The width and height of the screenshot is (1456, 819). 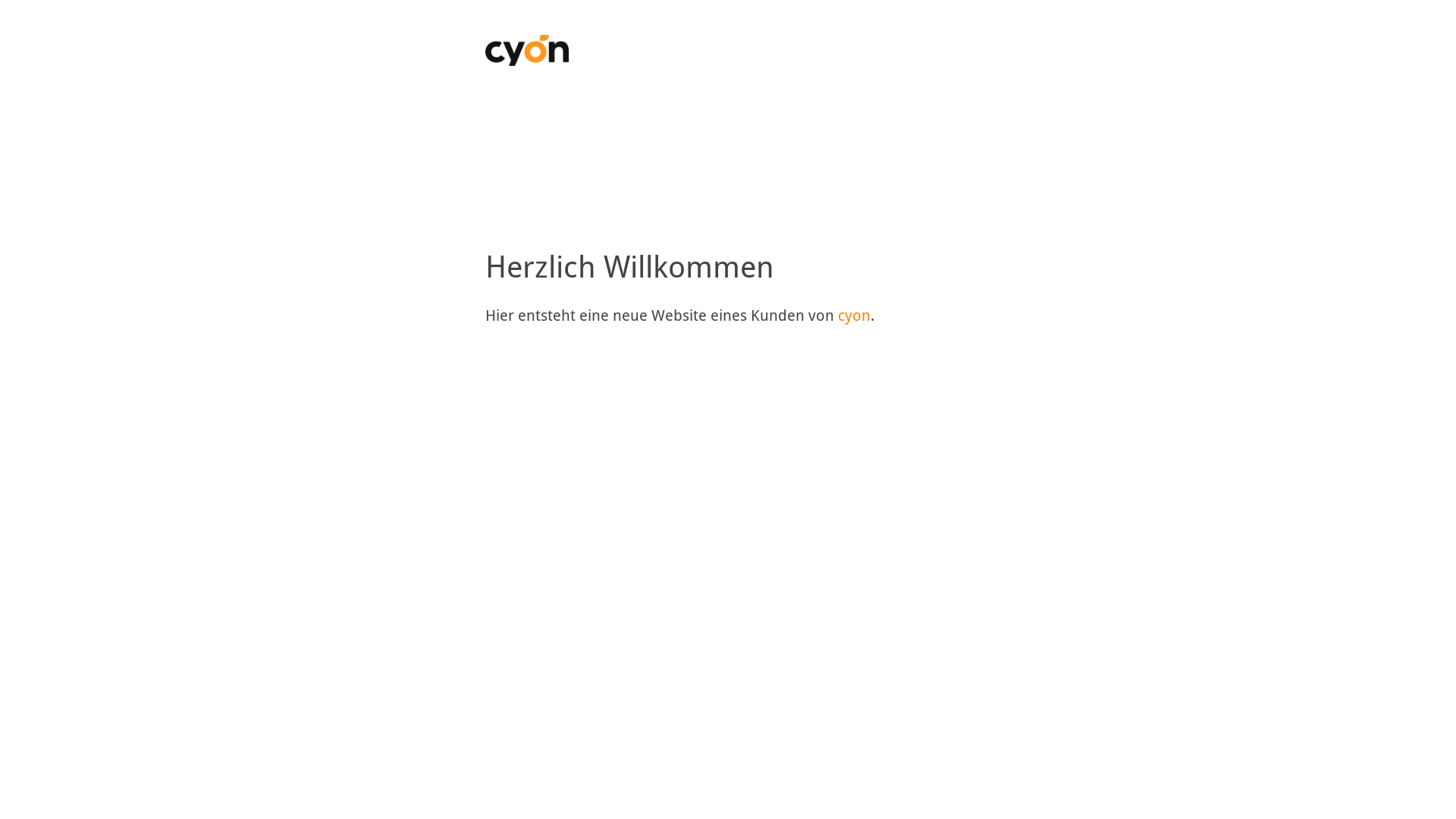 I want to click on 'cyon', so click(x=836, y=315).